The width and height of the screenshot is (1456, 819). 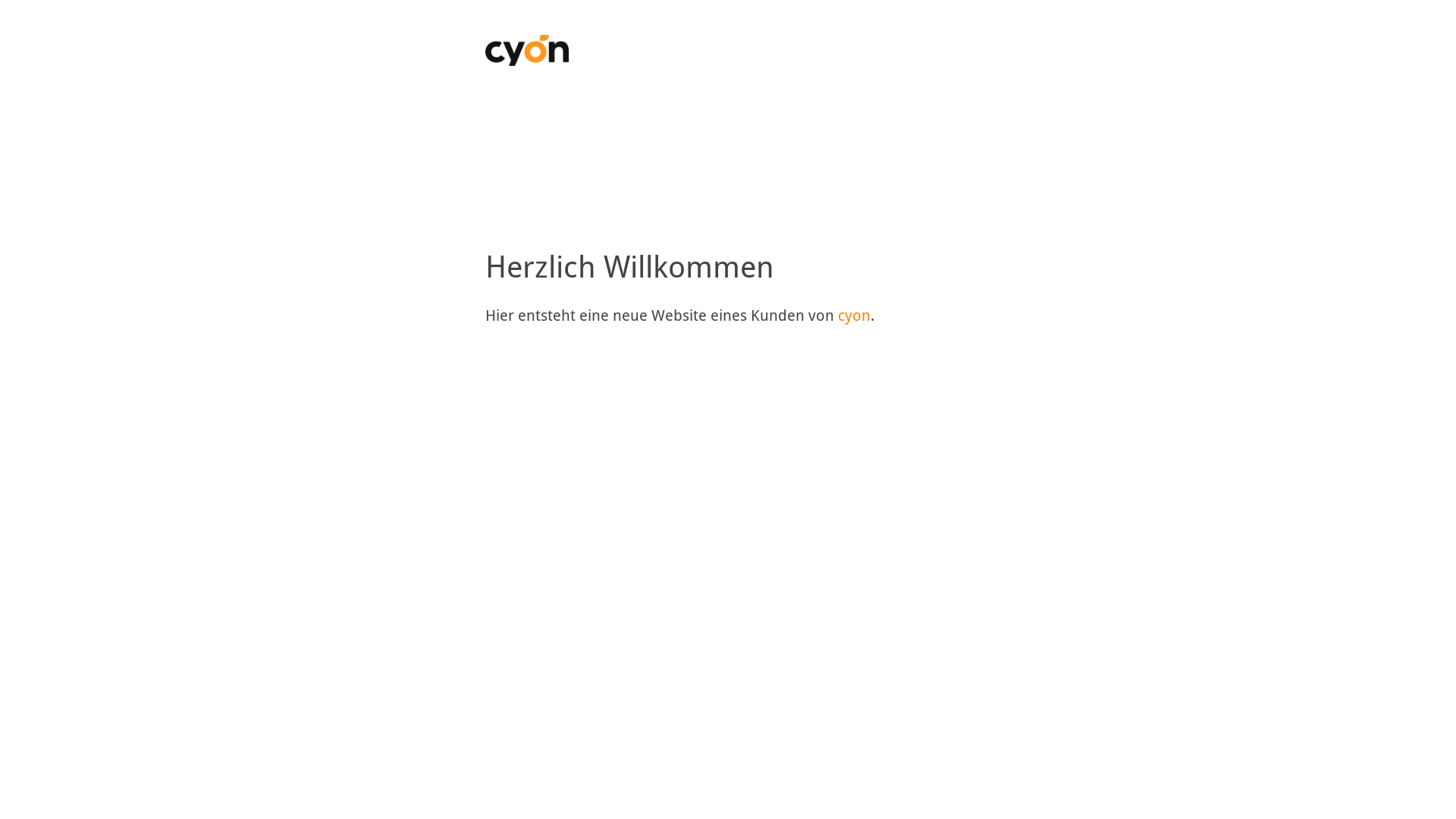 I want to click on 'cyon', so click(x=836, y=315).